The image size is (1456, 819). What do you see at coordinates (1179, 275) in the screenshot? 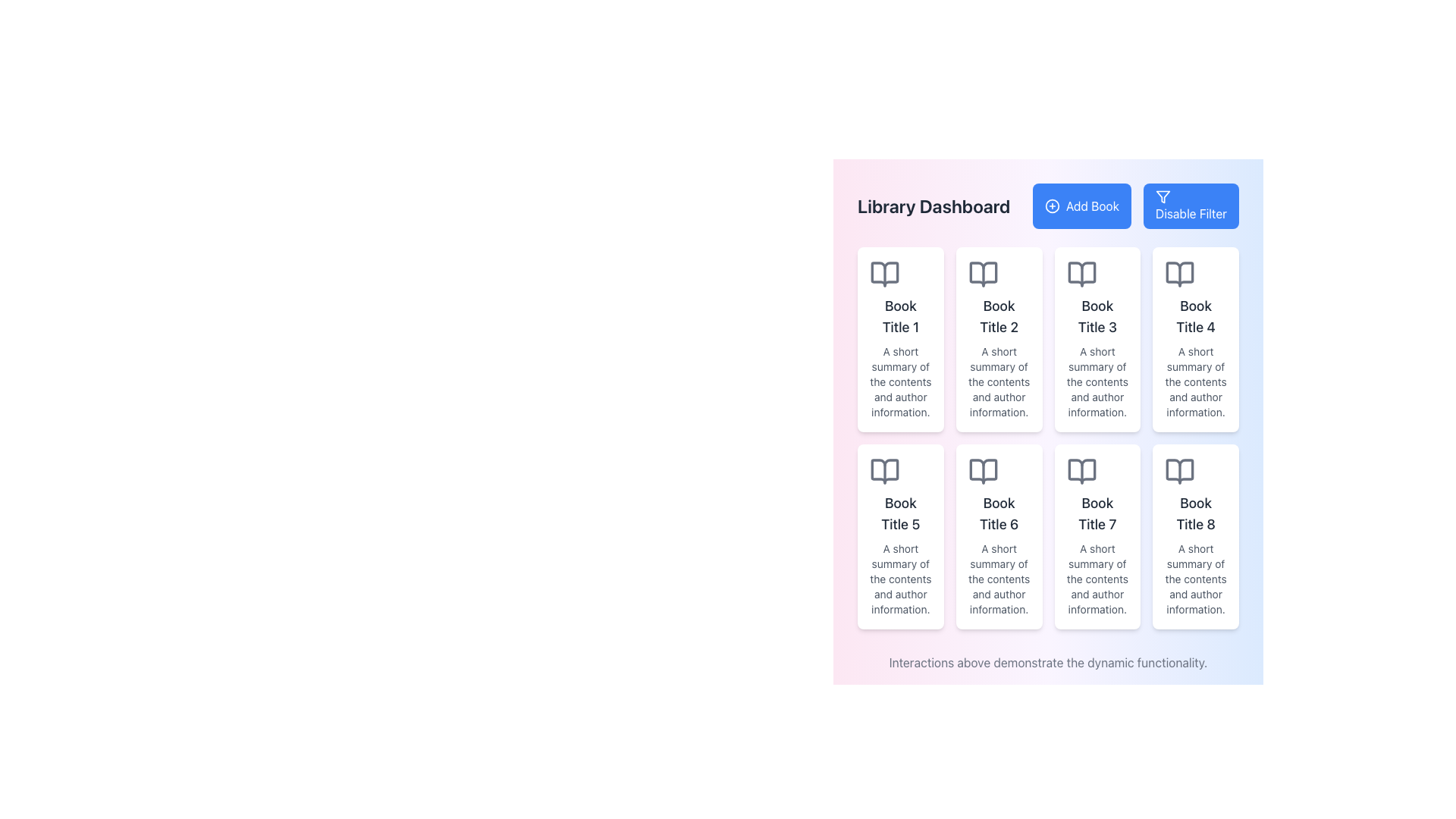
I see `the book icon located at the top-left corner of the card displaying 'Book Title 4'` at bounding box center [1179, 275].